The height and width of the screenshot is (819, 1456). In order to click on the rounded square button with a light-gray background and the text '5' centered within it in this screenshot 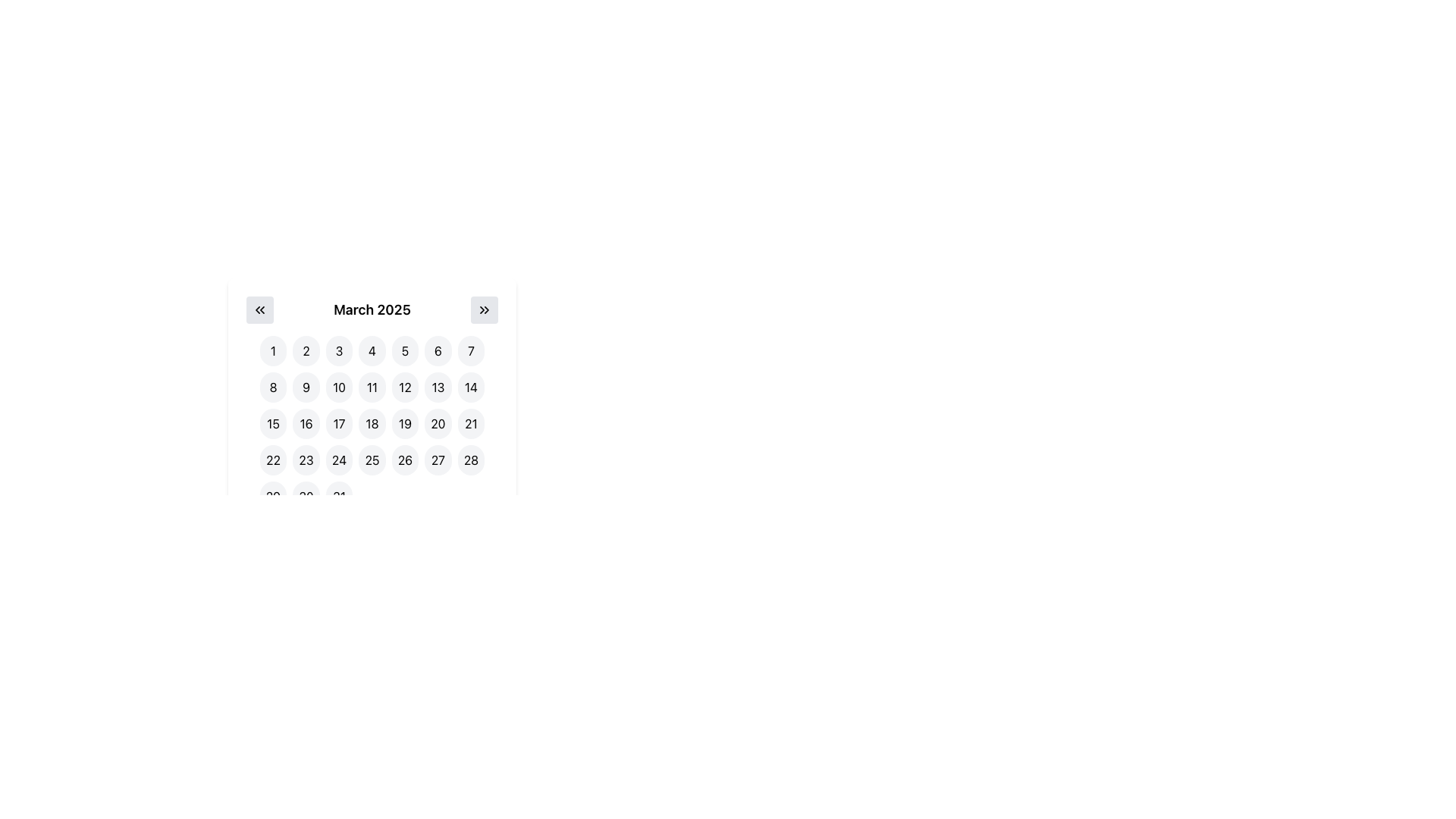, I will do `click(405, 350)`.